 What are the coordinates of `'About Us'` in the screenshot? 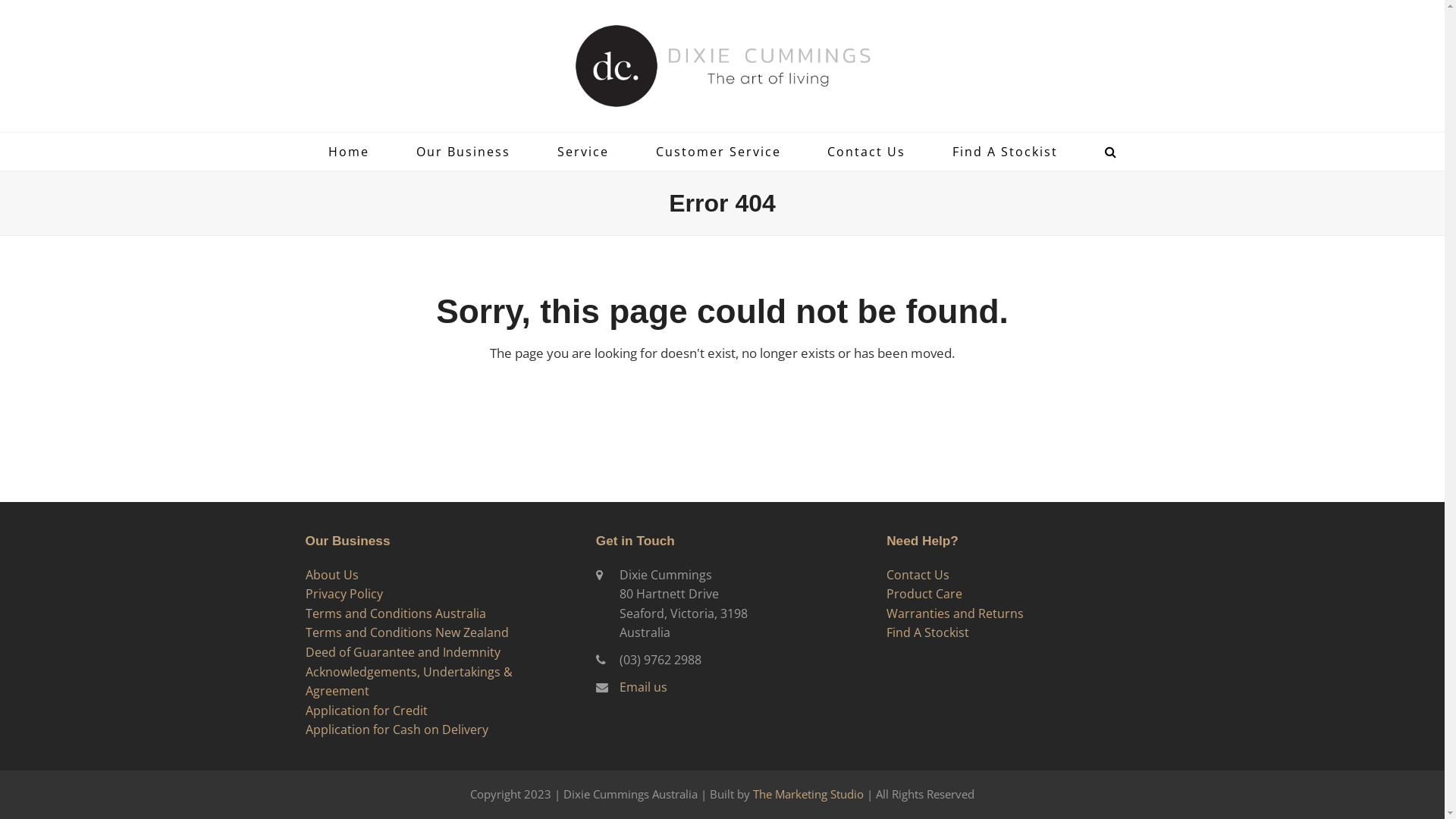 It's located at (330, 575).